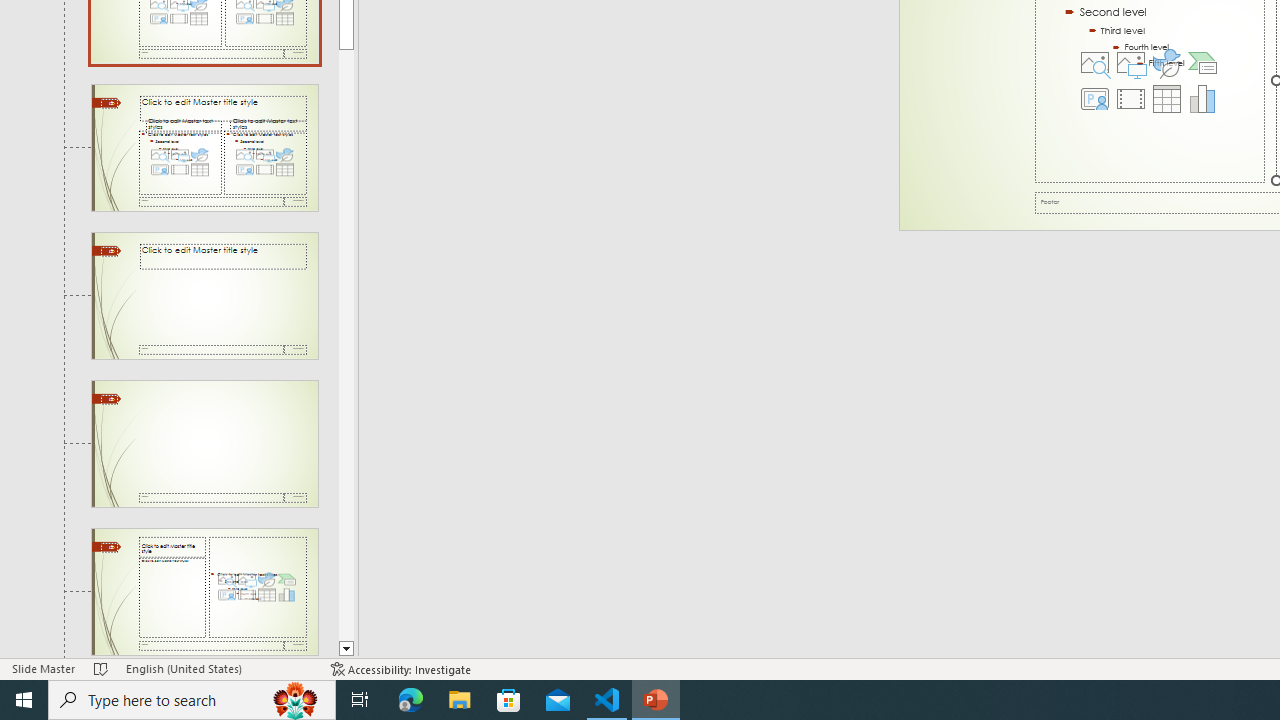 The width and height of the screenshot is (1280, 720). Describe the element at coordinates (1201, 61) in the screenshot. I see `'Insert a SmartArt Graphic'` at that location.